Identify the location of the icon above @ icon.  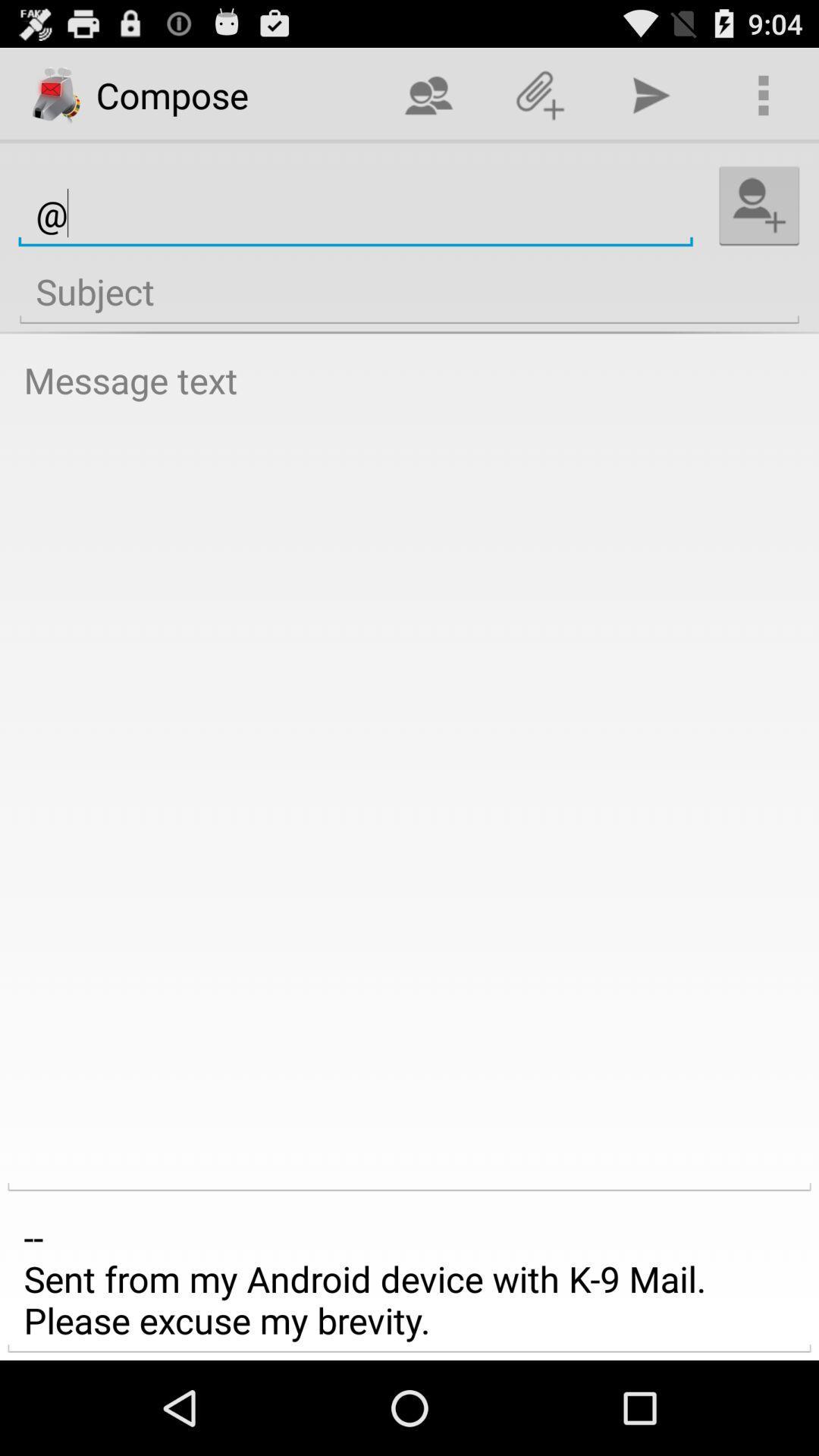
(428, 94).